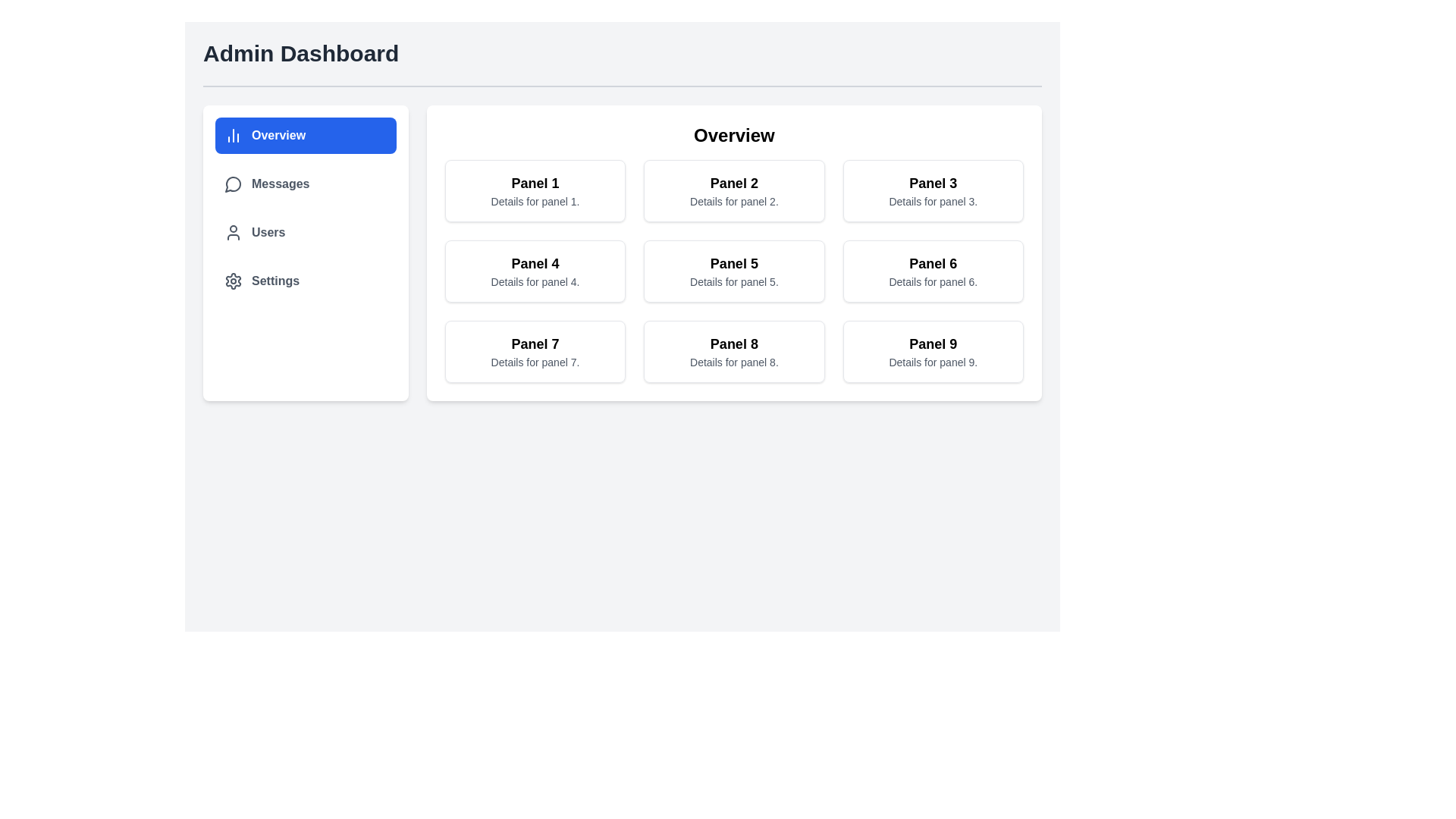  I want to click on the text label reading 'Details for panel 5.' which is centrally aligned within the panel titled 'Panel 5', so click(734, 281).